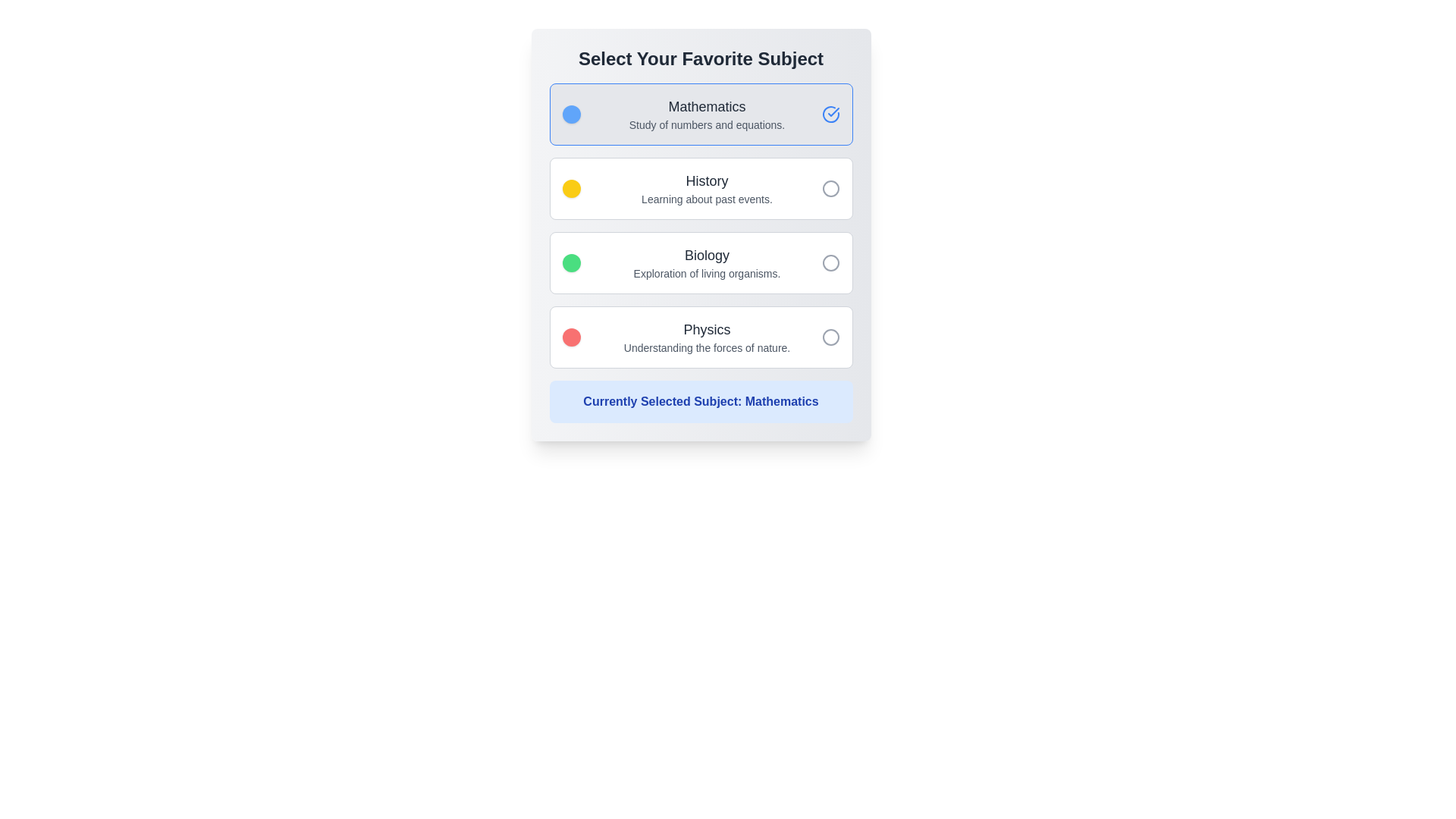 Image resolution: width=1456 pixels, height=819 pixels. I want to click on the subject associated with the Decorative Badge that visually indicates the option for 'Biology', so click(570, 262).